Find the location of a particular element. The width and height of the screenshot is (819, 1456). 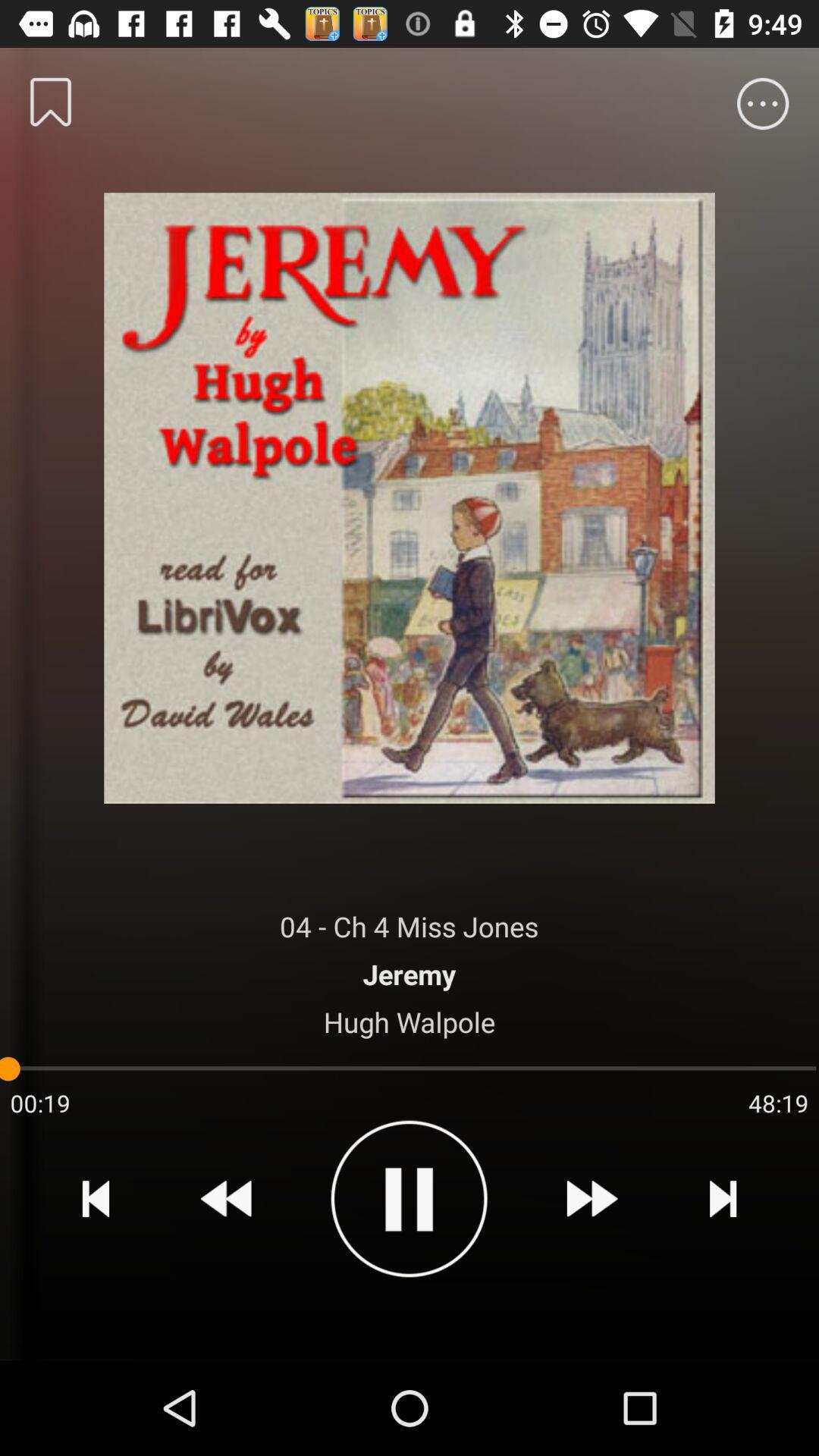

item above the hugh walpole is located at coordinates (409, 974).